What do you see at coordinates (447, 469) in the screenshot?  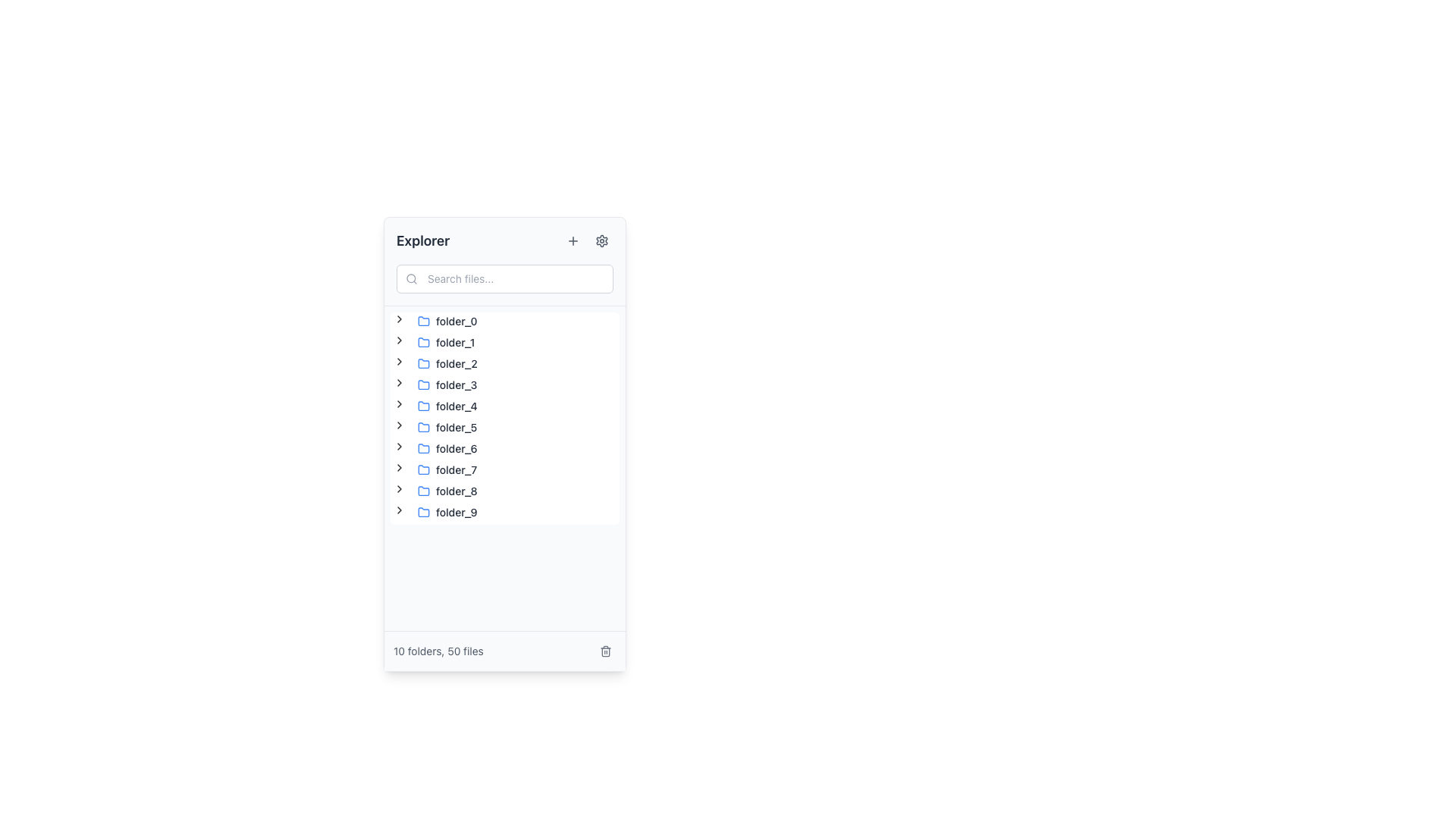 I see `the Tree Node Item labeled 'folder_7' in the navigation panel` at bounding box center [447, 469].